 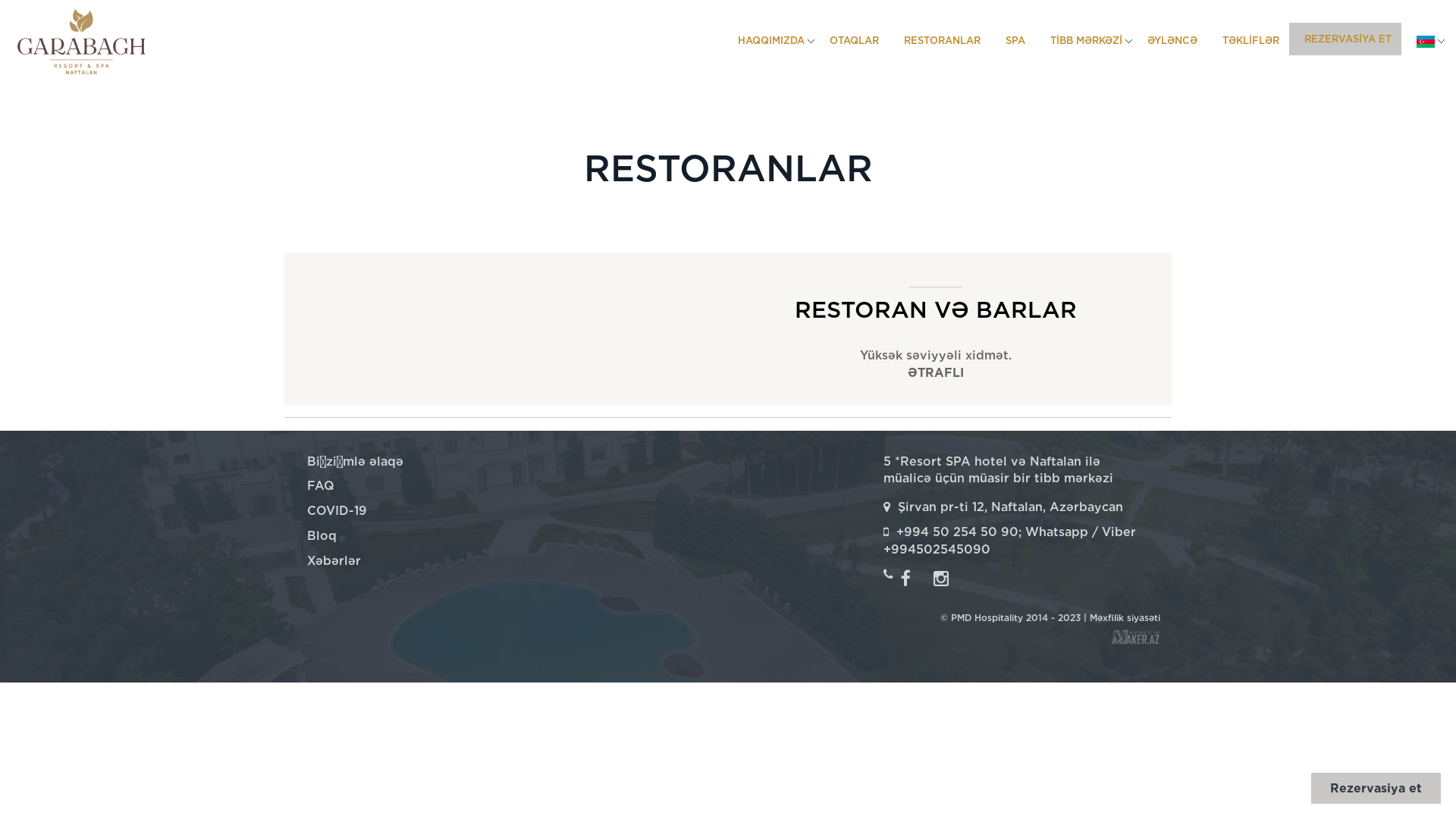 I want to click on 'Bloq', so click(x=321, y=535).